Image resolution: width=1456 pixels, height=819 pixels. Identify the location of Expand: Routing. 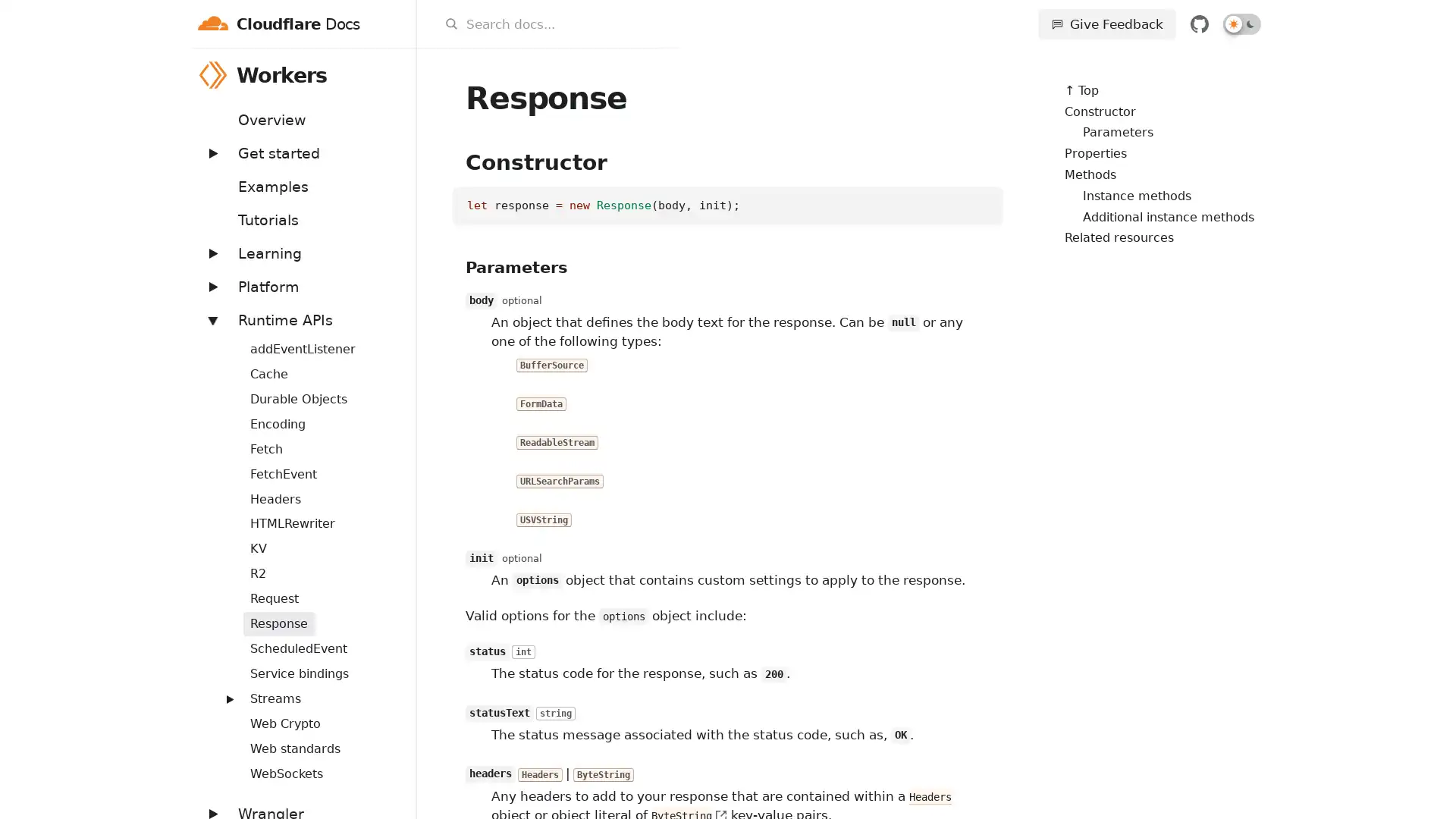
(221, 640).